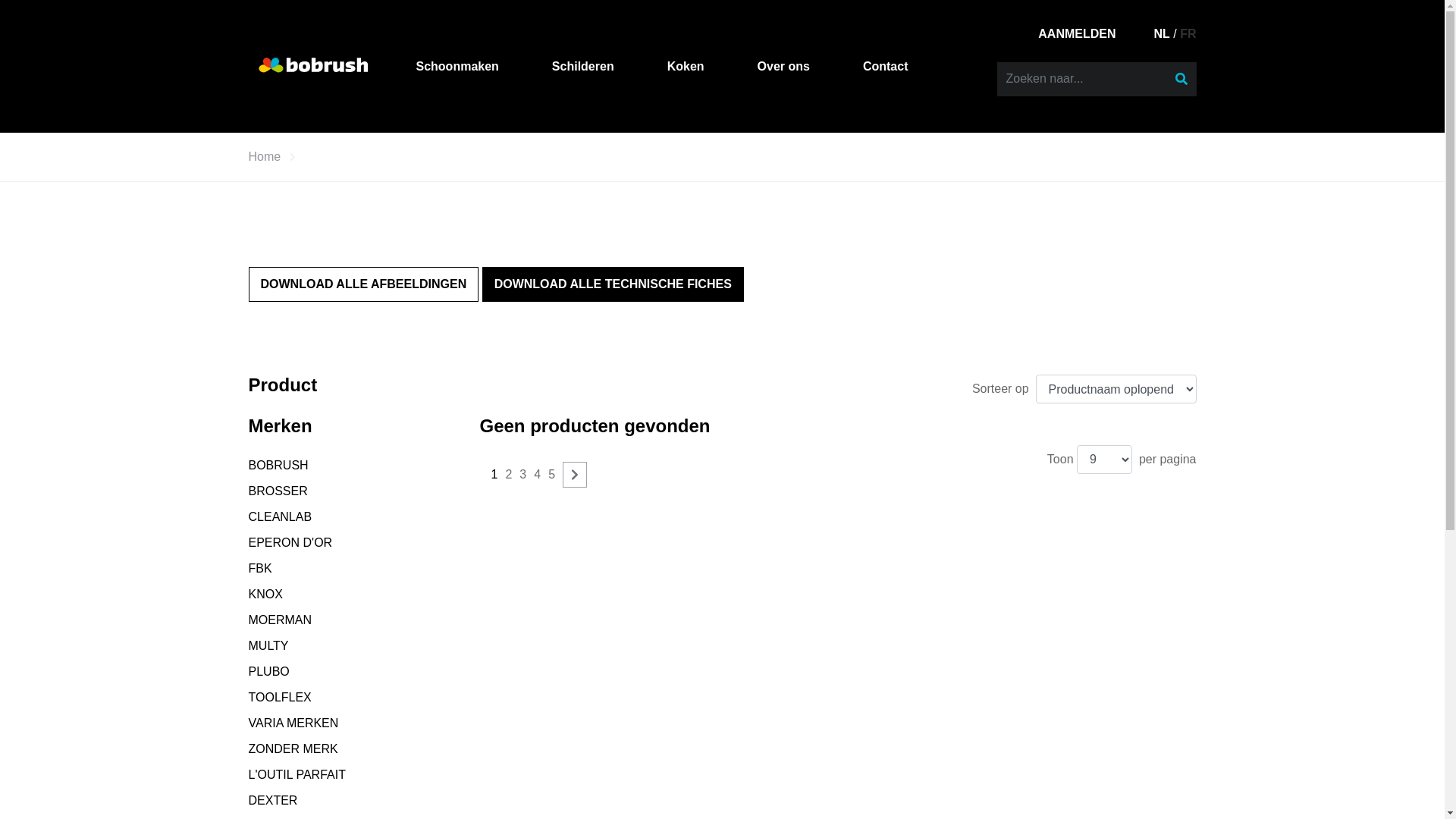 The height and width of the screenshot is (819, 1456). Describe the element at coordinates (685, 66) in the screenshot. I see `'Koken'` at that location.